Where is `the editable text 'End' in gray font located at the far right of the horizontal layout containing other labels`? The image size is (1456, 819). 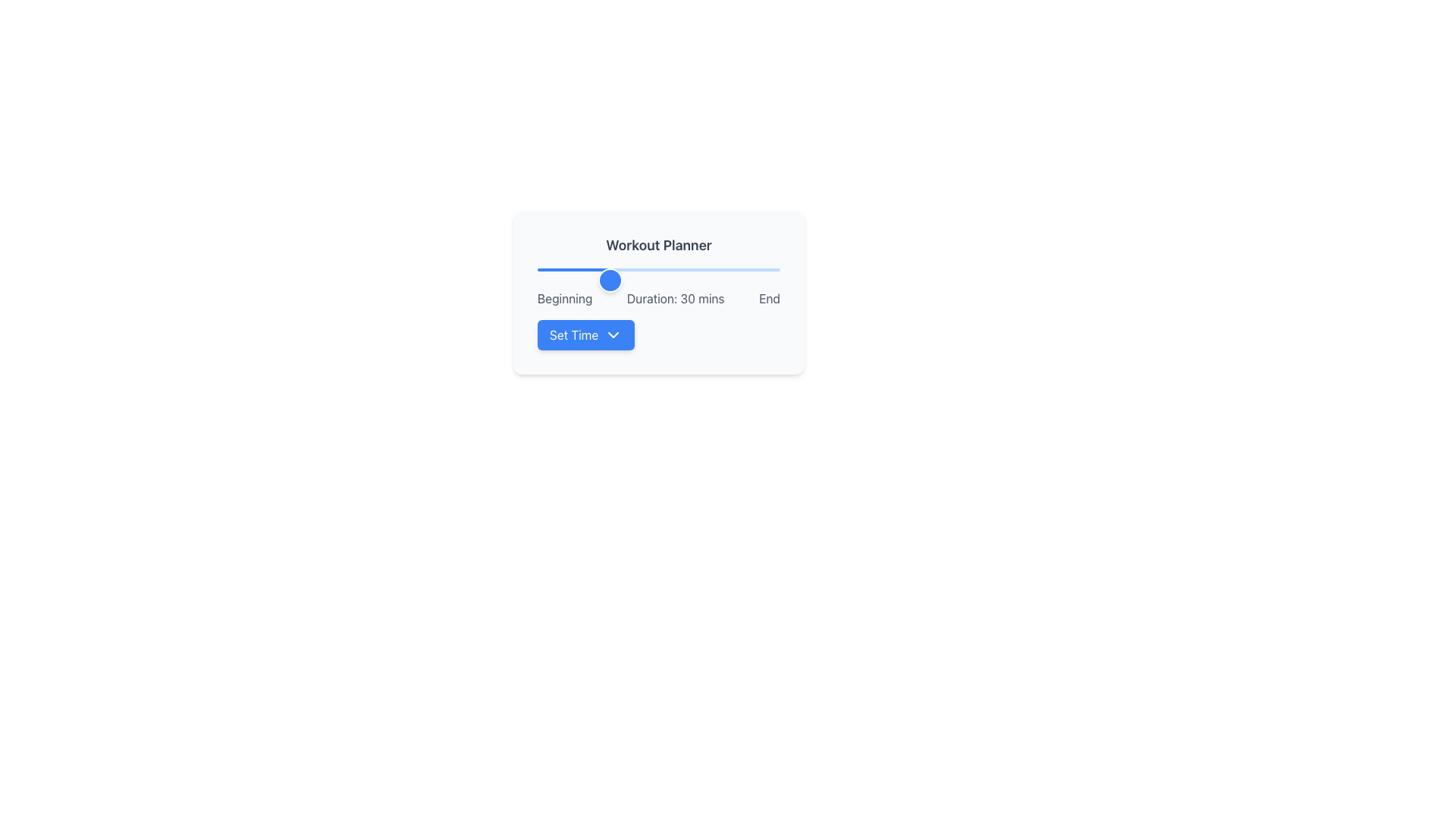 the editable text 'End' in gray font located at the far right of the horizontal layout containing other labels is located at coordinates (770, 298).